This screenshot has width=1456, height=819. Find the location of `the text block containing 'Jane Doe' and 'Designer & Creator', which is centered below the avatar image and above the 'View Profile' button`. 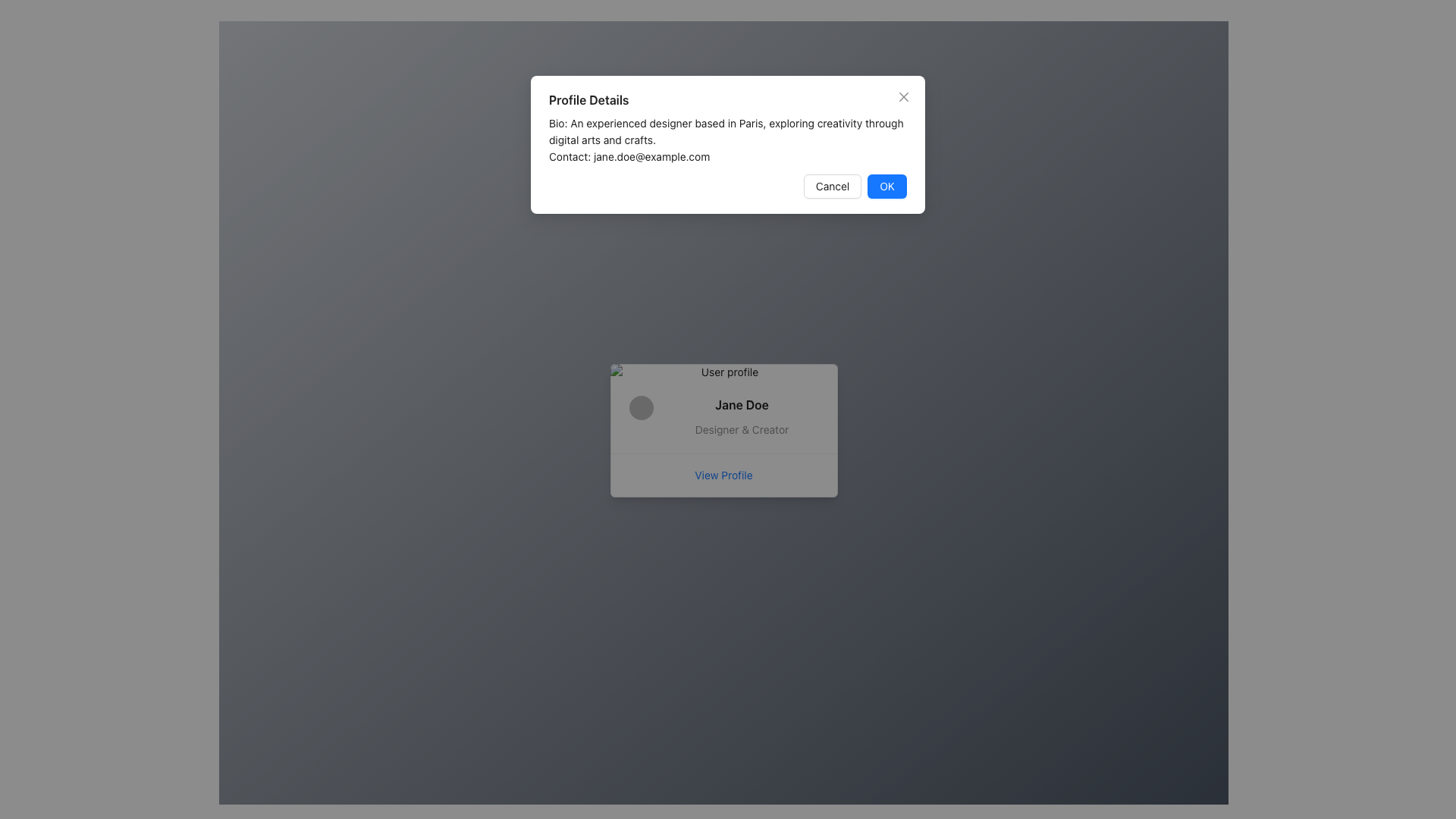

the text block containing 'Jane Doe' and 'Designer & Creator', which is centered below the avatar image and above the 'View Profile' button is located at coordinates (742, 416).